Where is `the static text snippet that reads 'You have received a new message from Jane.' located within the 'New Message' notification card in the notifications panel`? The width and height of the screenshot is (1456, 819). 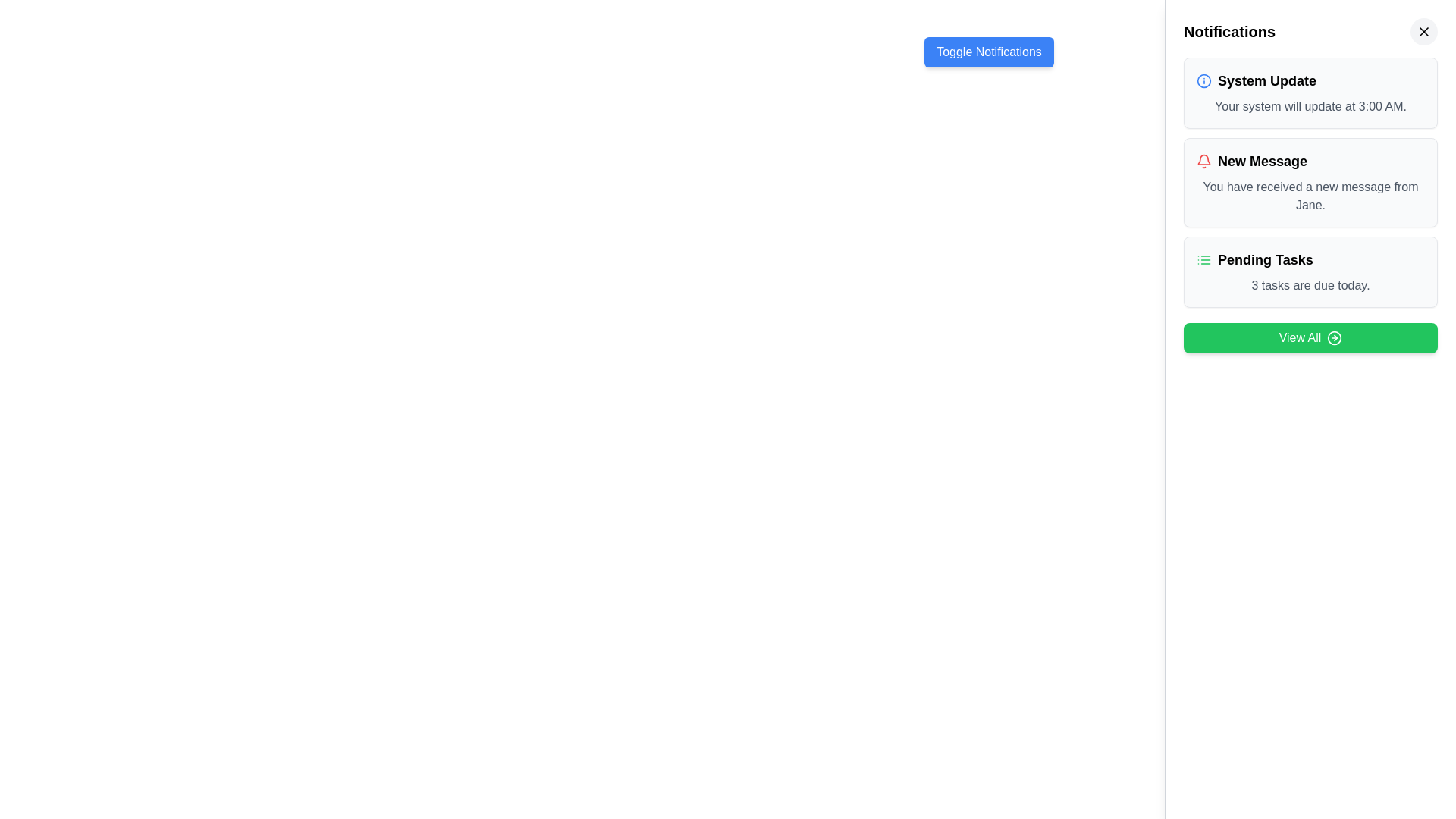
the static text snippet that reads 'You have received a new message from Jane.' located within the 'New Message' notification card in the notifications panel is located at coordinates (1310, 195).